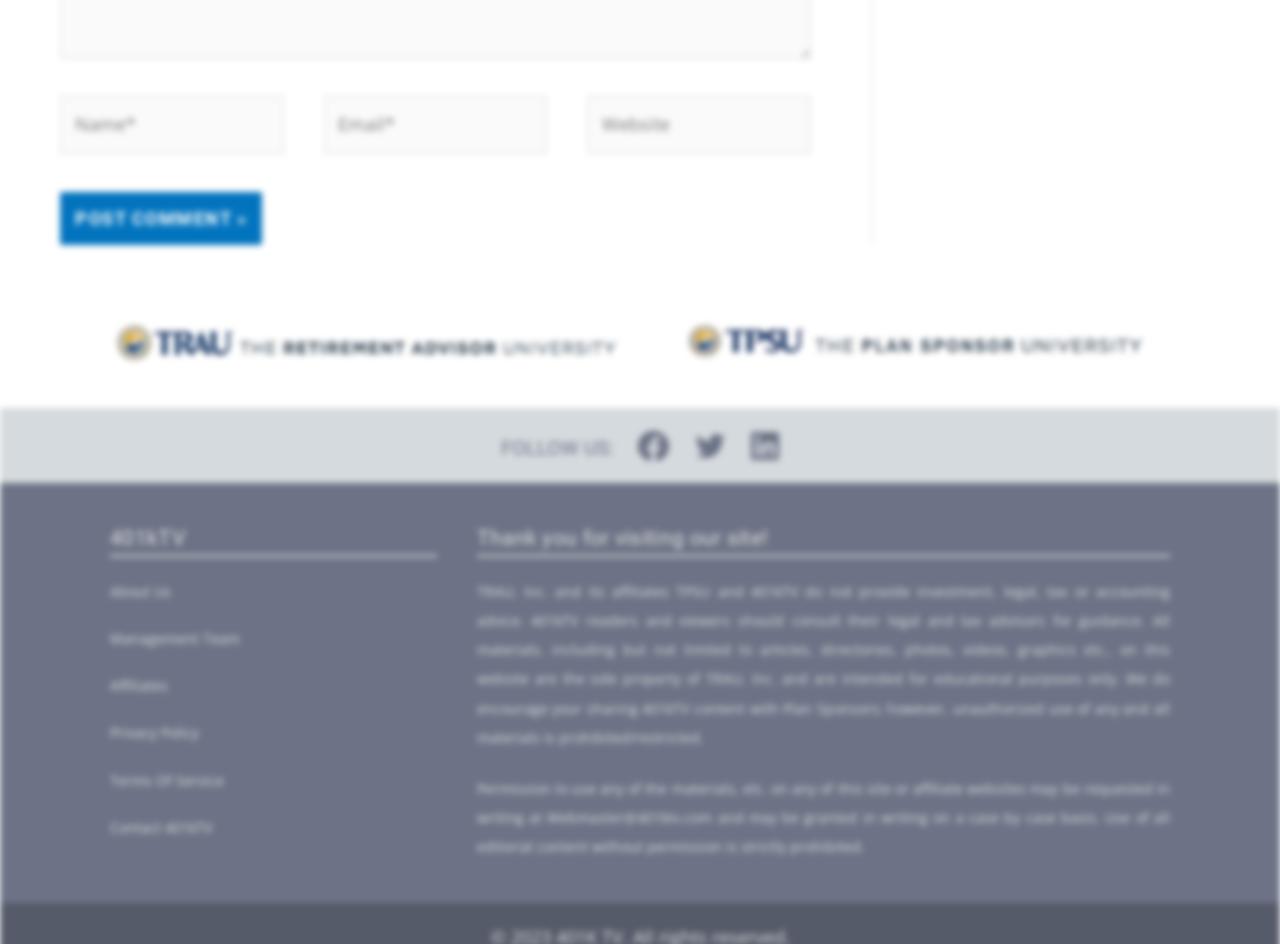  I want to click on 'Terms Of Service', so click(167, 778).